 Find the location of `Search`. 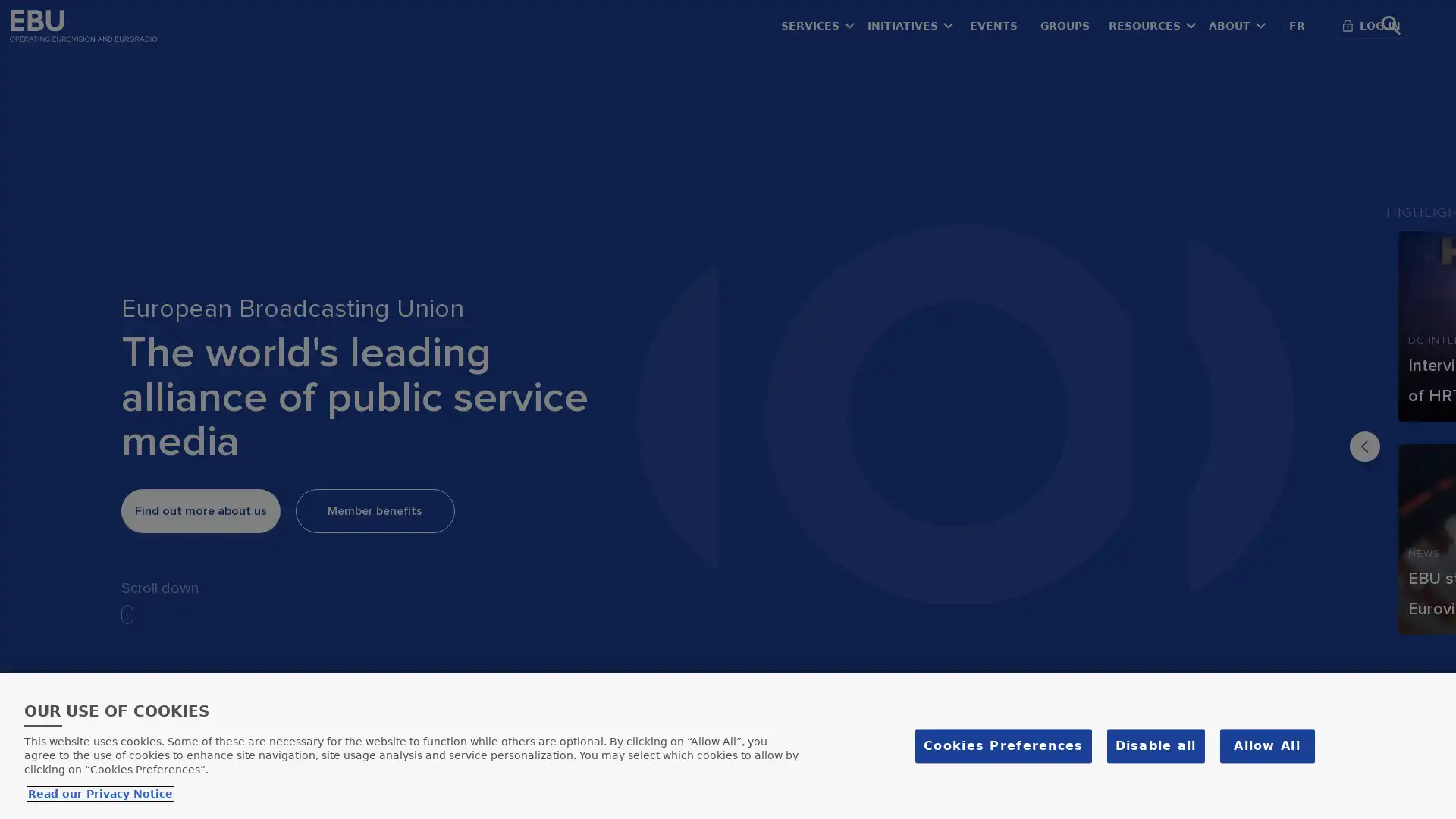

Search is located at coordinates (1434, 25).